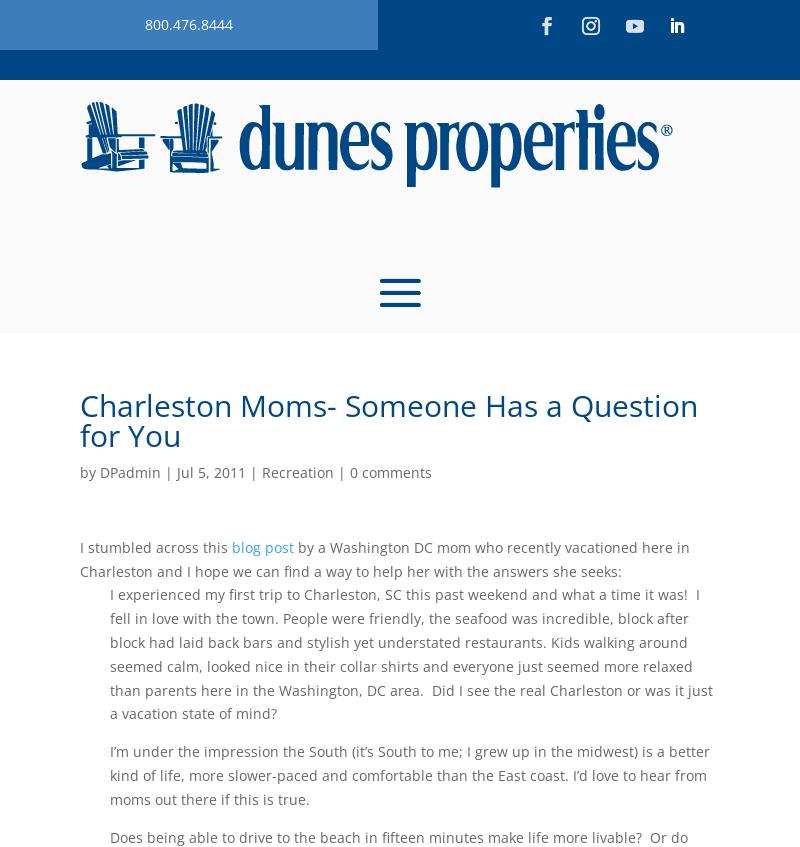  What do you see at coordinates (298, 472) in the screenshot?
I see `'Recreation'` at bounding box center [298, 472].